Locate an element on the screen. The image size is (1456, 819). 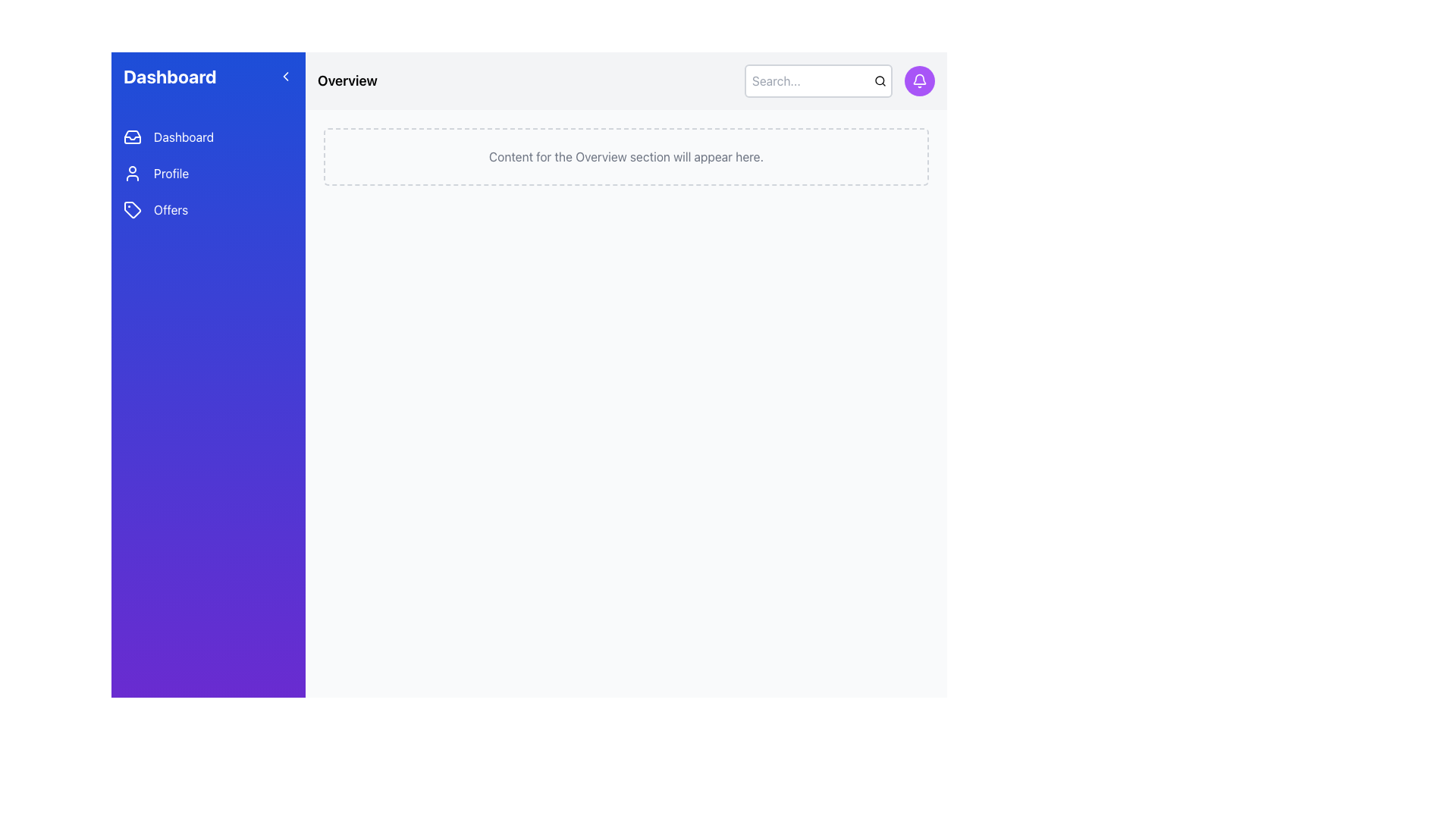
the decorative icon indicating the purpose of the adjacent text input field for search, located on the right edge of the input field is located at coordinates (880, 81).